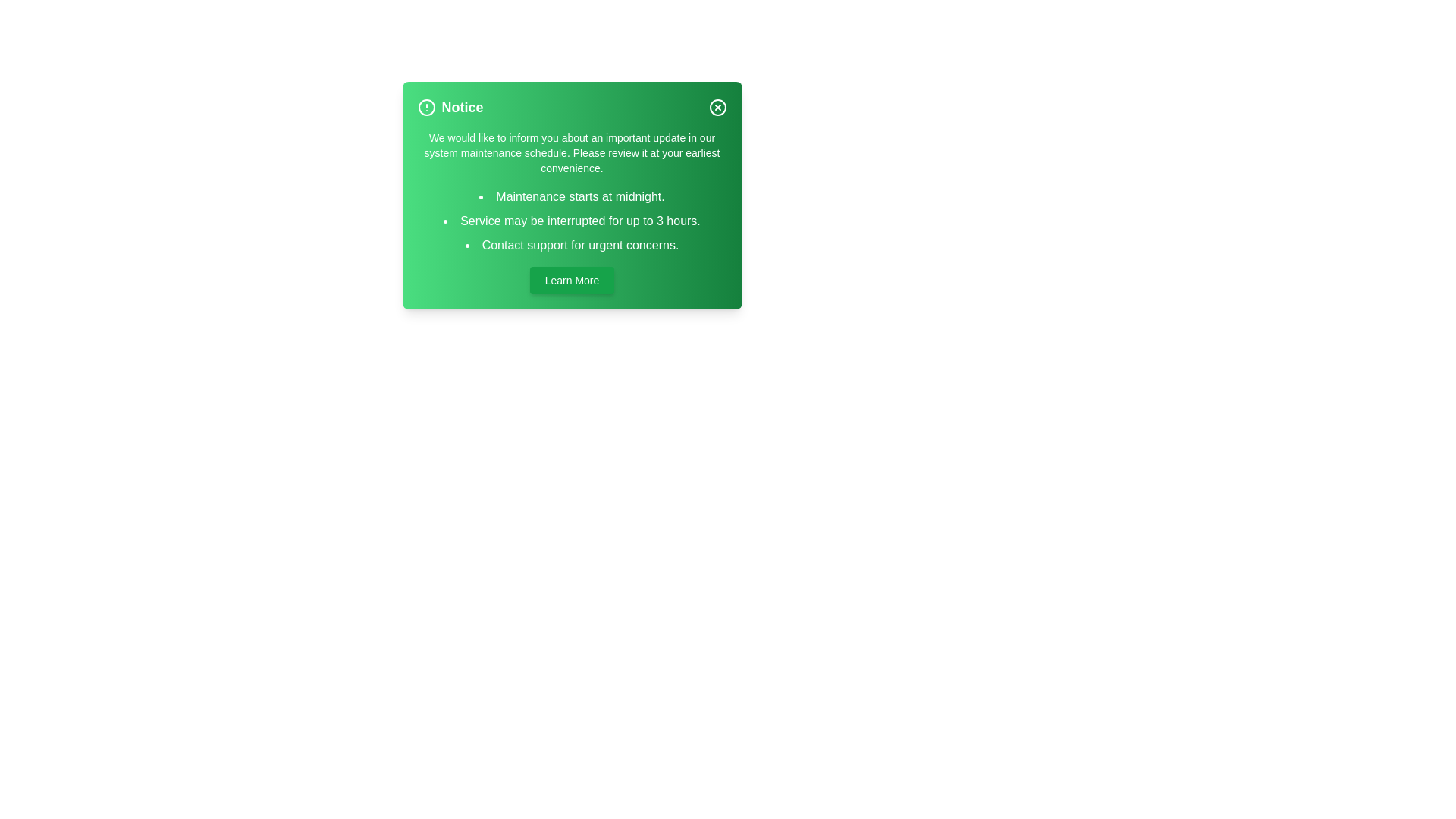 The image size is (1456, 819). Describe the element at coordinates (717, 107) in the screenshot. I see `the outer circle of the graphical close button, which is centrally located within the notification box at the top-right corner` at that location.